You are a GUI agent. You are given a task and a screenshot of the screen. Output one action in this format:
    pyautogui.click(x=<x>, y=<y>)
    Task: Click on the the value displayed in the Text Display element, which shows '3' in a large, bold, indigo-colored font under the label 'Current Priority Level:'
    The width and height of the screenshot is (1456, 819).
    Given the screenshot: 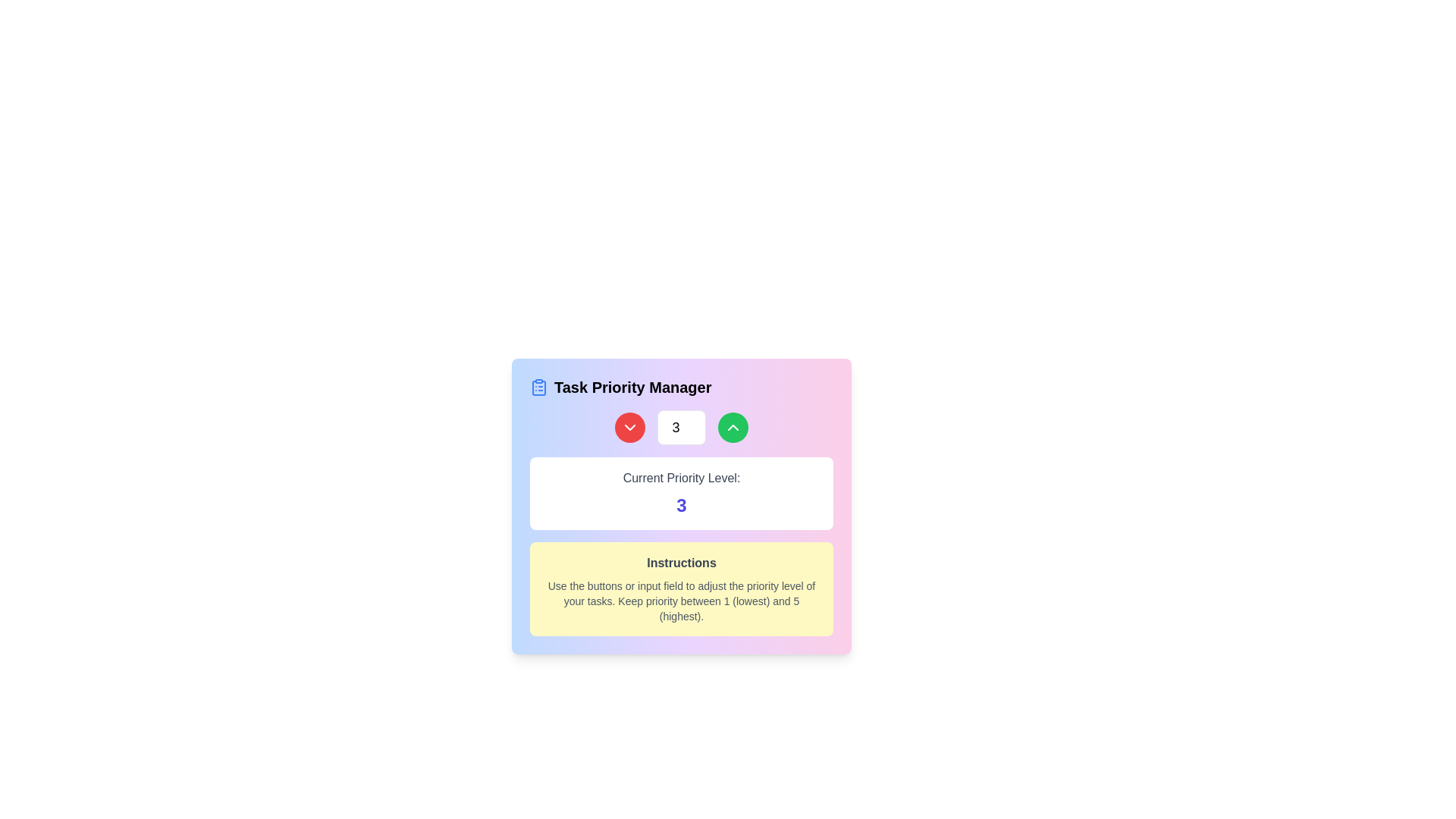 What is the action you would take?
    pyautogui.click(x=680, y=494)
    